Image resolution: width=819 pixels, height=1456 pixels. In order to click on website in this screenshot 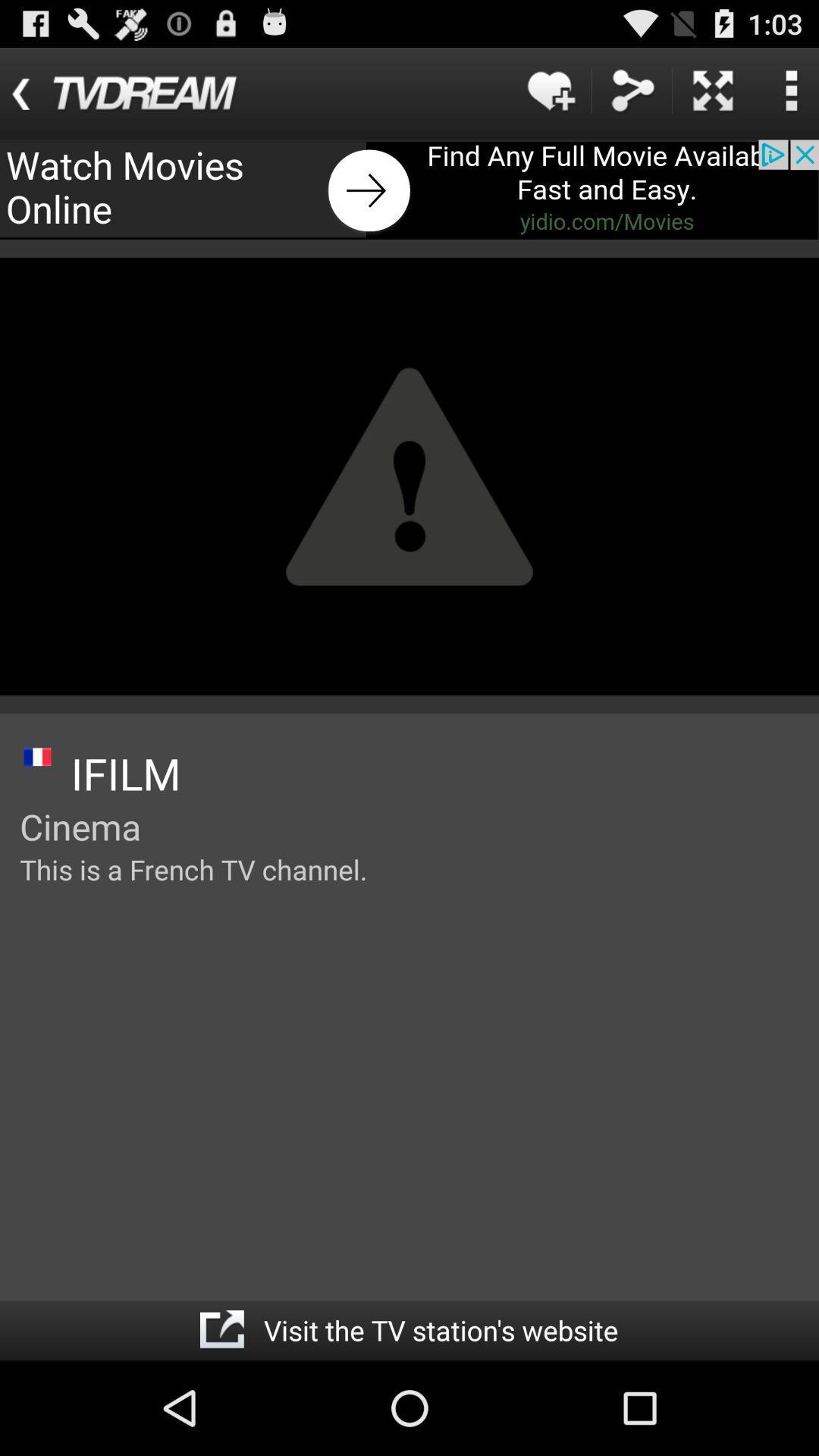, I will do `click(221, 1329)`.